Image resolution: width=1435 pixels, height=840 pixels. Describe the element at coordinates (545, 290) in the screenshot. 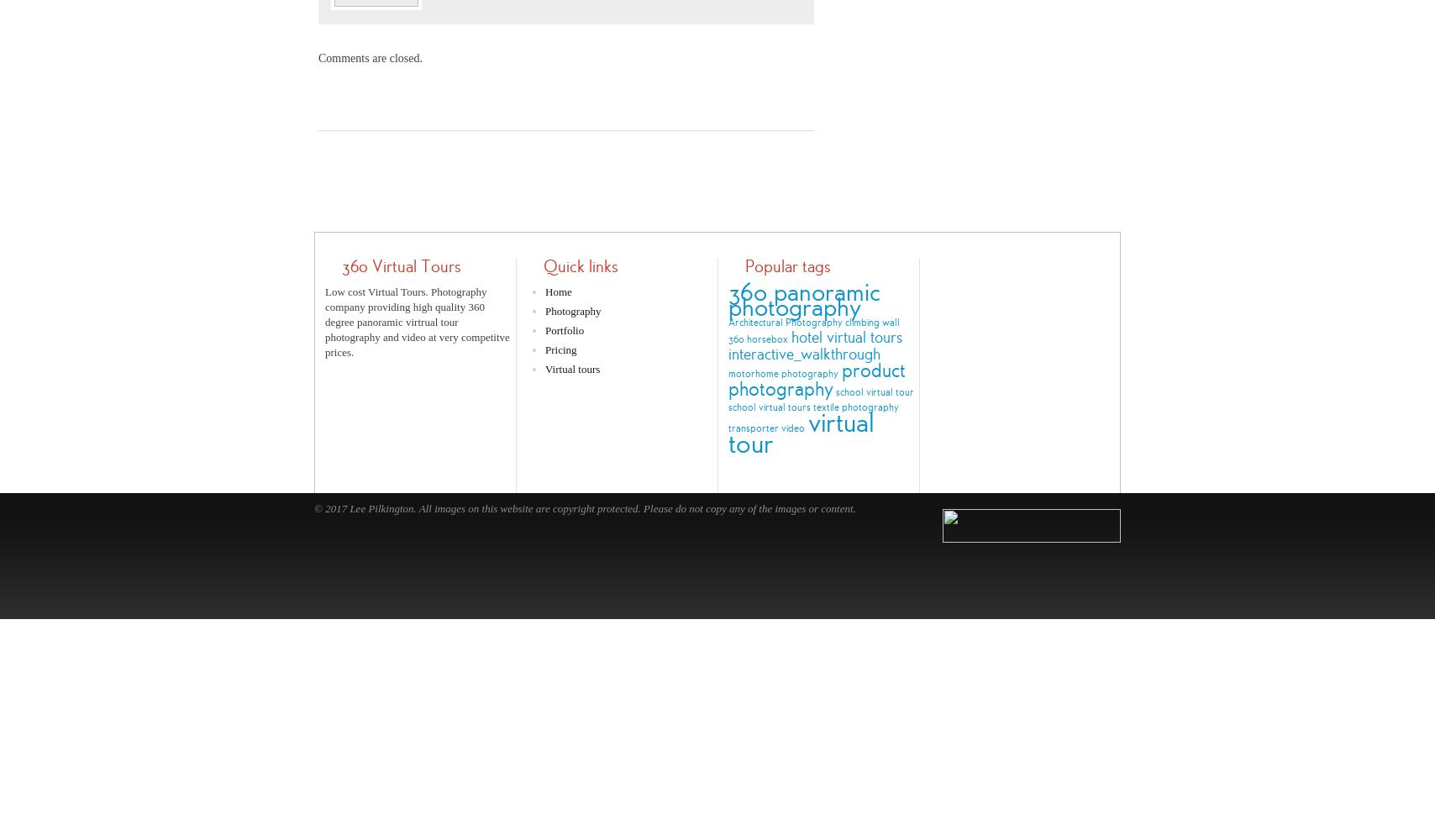

I see `'Home'` at that location.